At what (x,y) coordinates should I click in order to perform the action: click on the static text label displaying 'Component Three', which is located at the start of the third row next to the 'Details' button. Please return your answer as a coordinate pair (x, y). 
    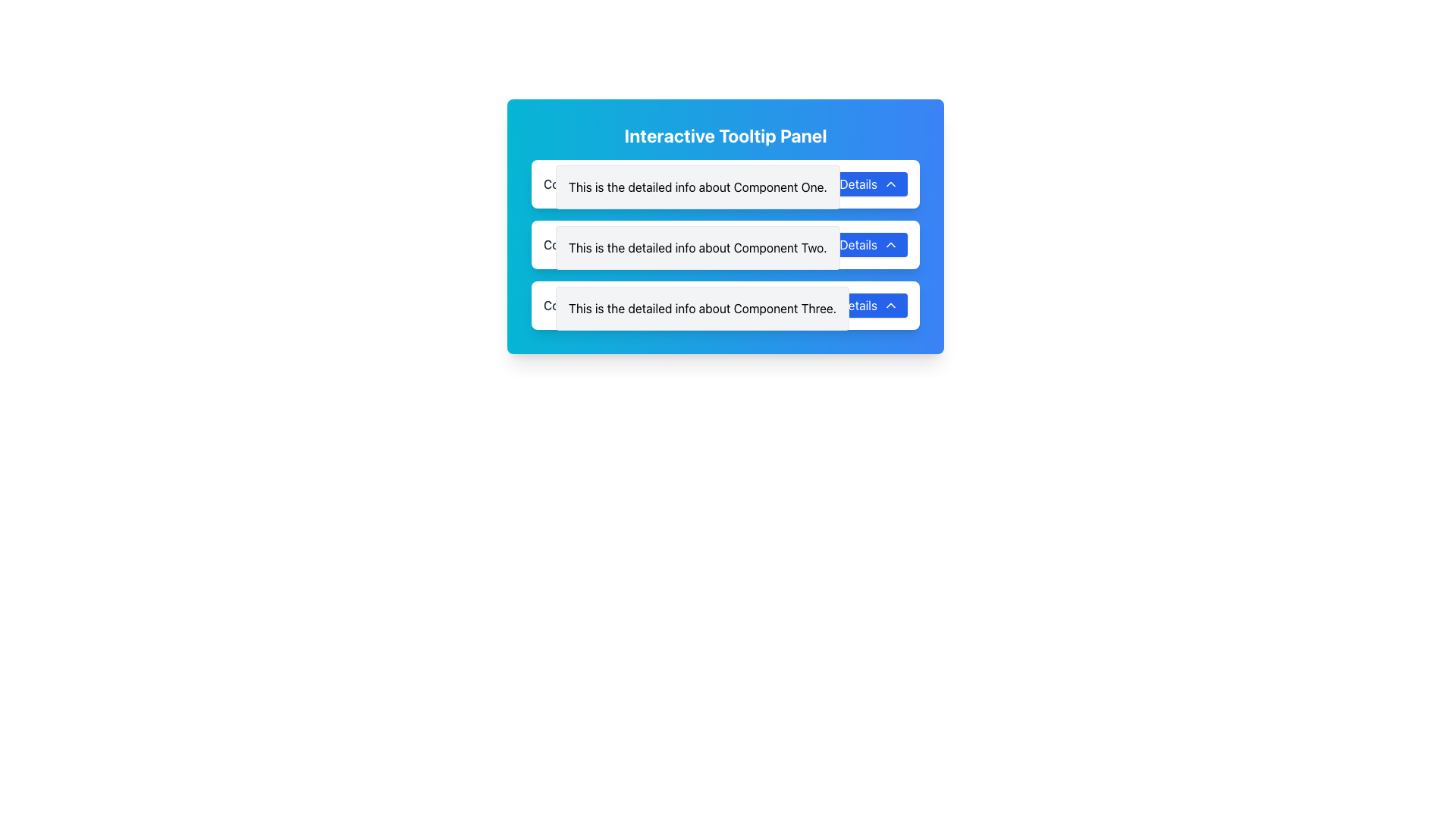
    Looking at the image, I should click on (593, 305).